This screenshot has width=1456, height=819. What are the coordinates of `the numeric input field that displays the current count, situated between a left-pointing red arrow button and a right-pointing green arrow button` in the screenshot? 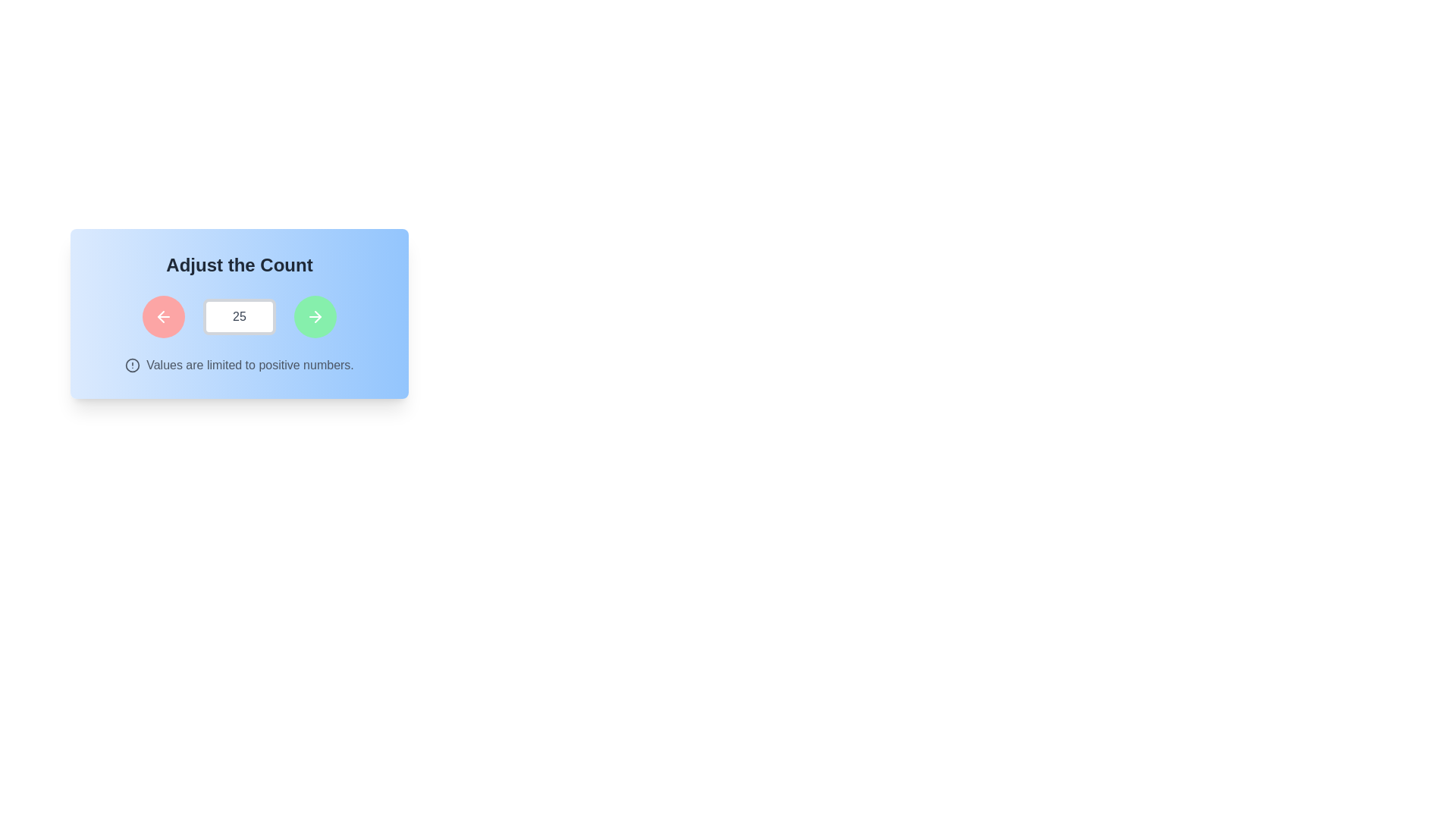 It's located at (239, 315).